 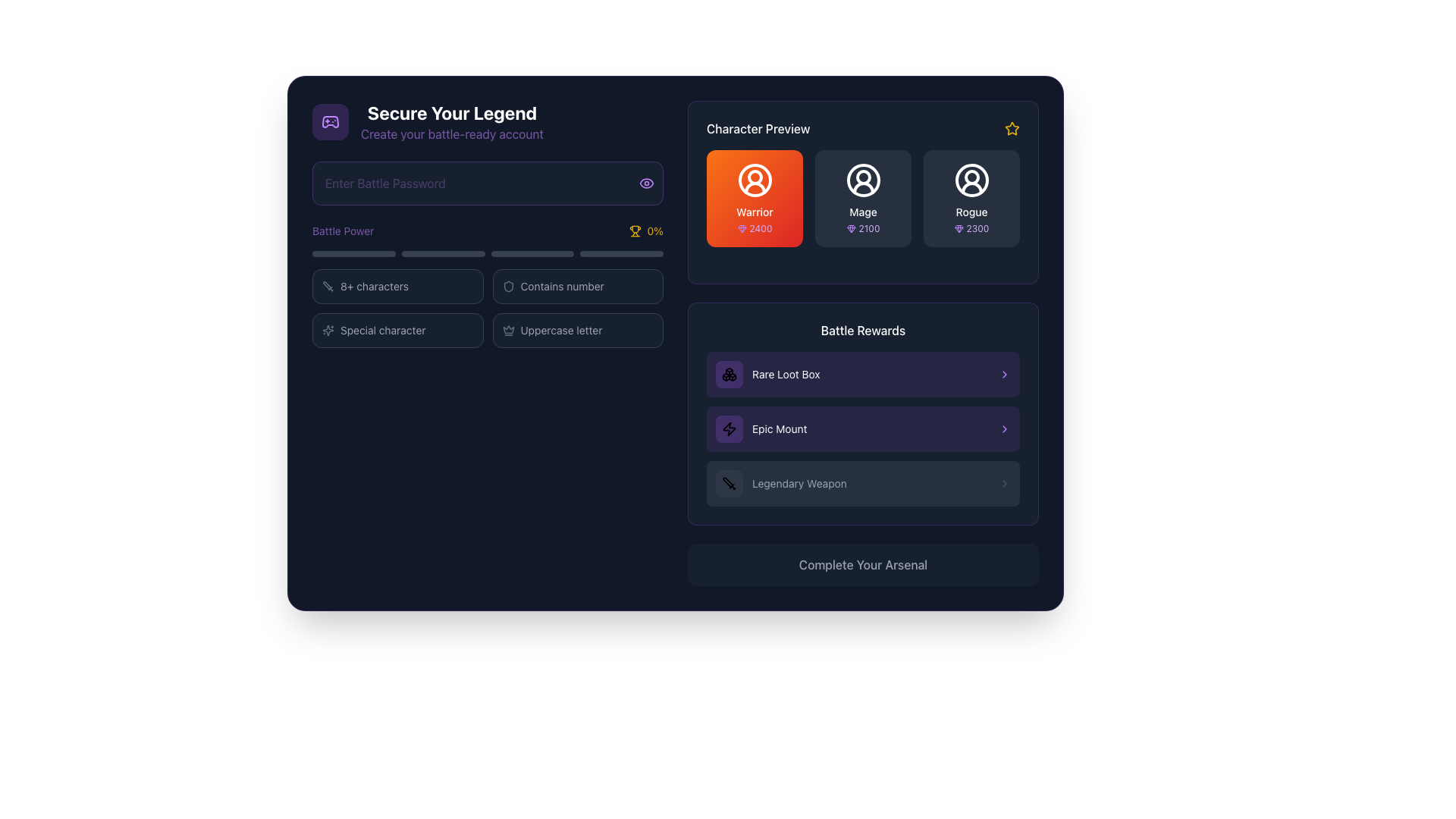 I want to click on the gray outline sword icon located to the left of the text '8+ characters', which serves as a visual indicator in the horizontally aligned group of items, so click(x=327, y=287).